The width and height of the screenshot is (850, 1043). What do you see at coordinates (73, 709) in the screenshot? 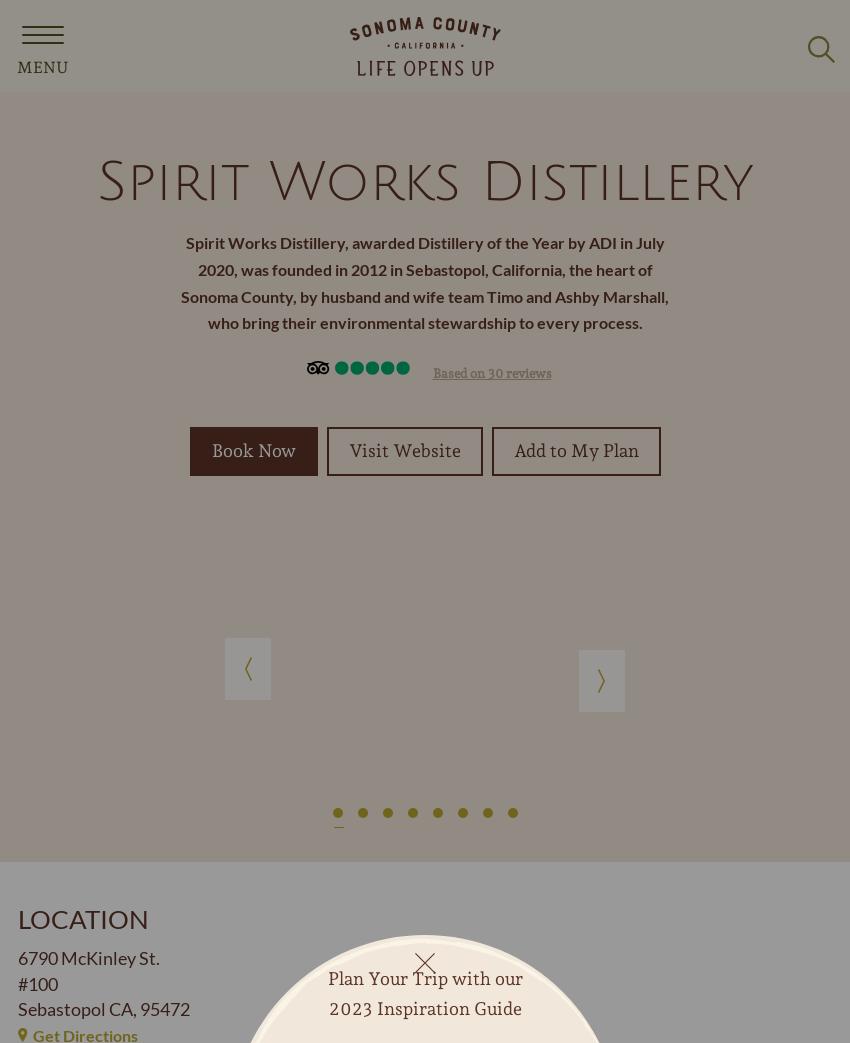
I see `'Wine Country'` at bounding box center [73, 709].